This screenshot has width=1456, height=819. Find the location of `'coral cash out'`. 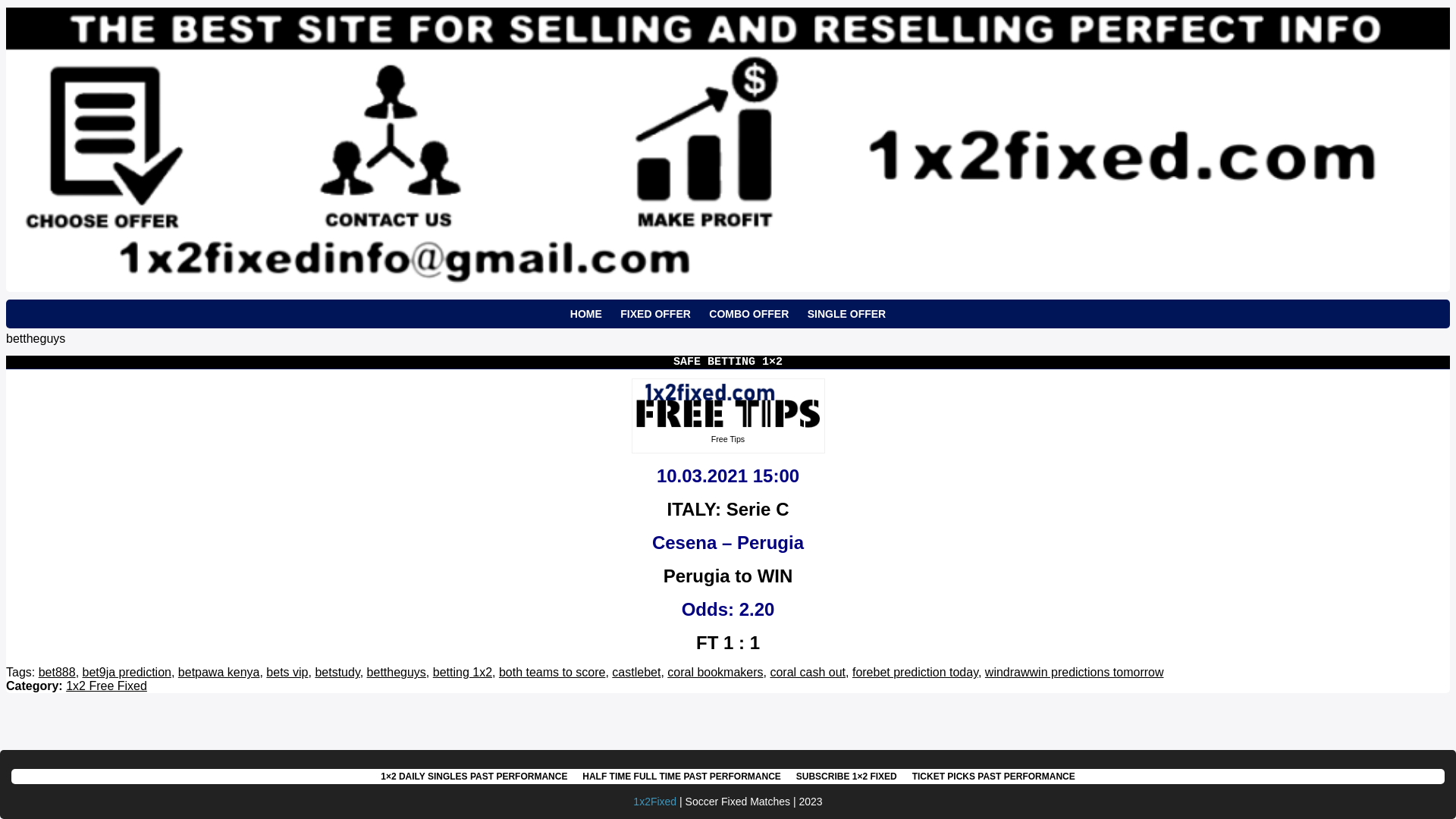

'coral cash out' is located at coordinates (807, 671).